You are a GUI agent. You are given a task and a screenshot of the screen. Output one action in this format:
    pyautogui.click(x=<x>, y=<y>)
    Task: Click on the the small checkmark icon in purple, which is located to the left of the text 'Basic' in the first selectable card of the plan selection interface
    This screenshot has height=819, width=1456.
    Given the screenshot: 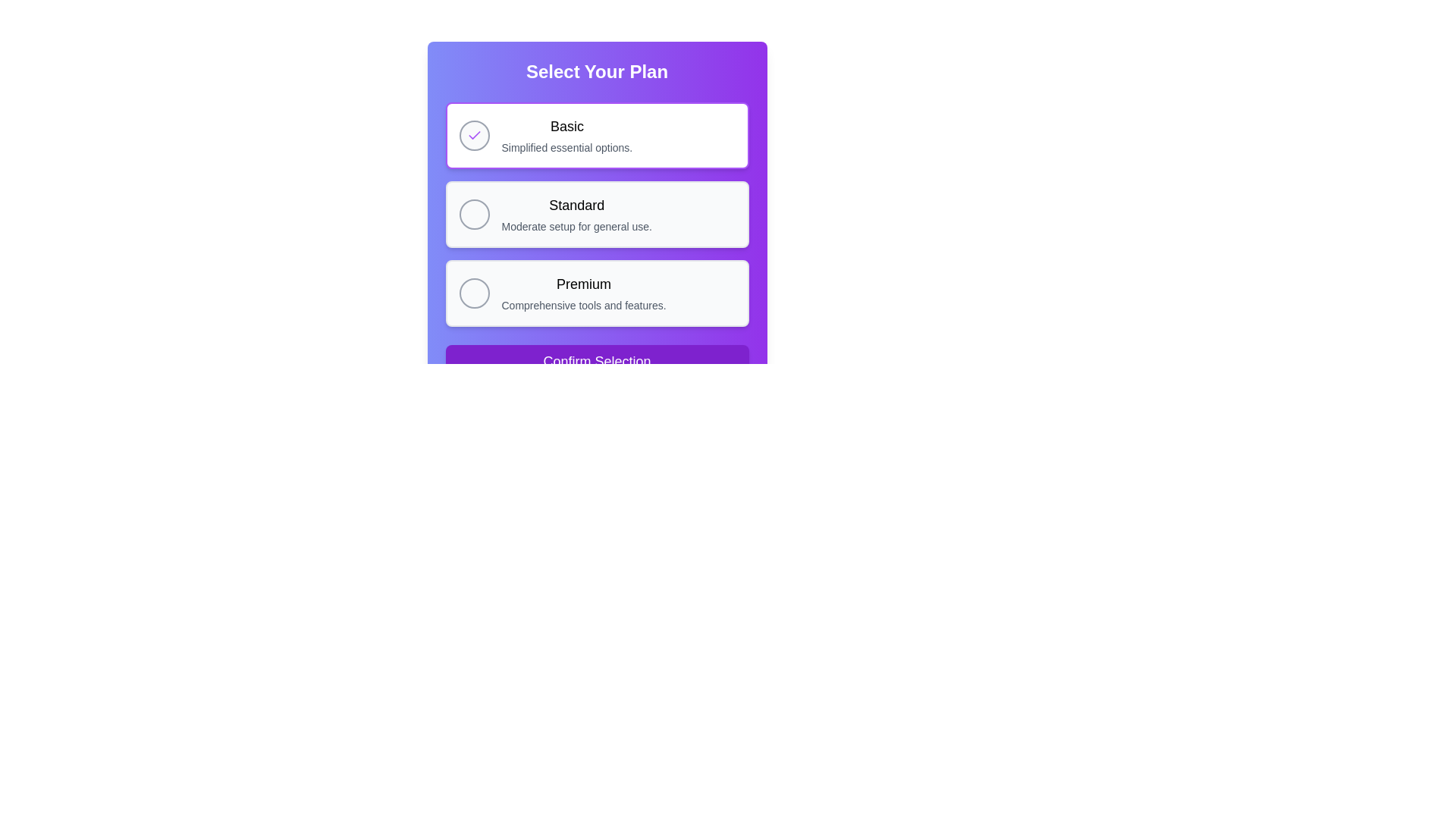 What is the action you would take?
    pyautogui.click(x=473, y=134)
    